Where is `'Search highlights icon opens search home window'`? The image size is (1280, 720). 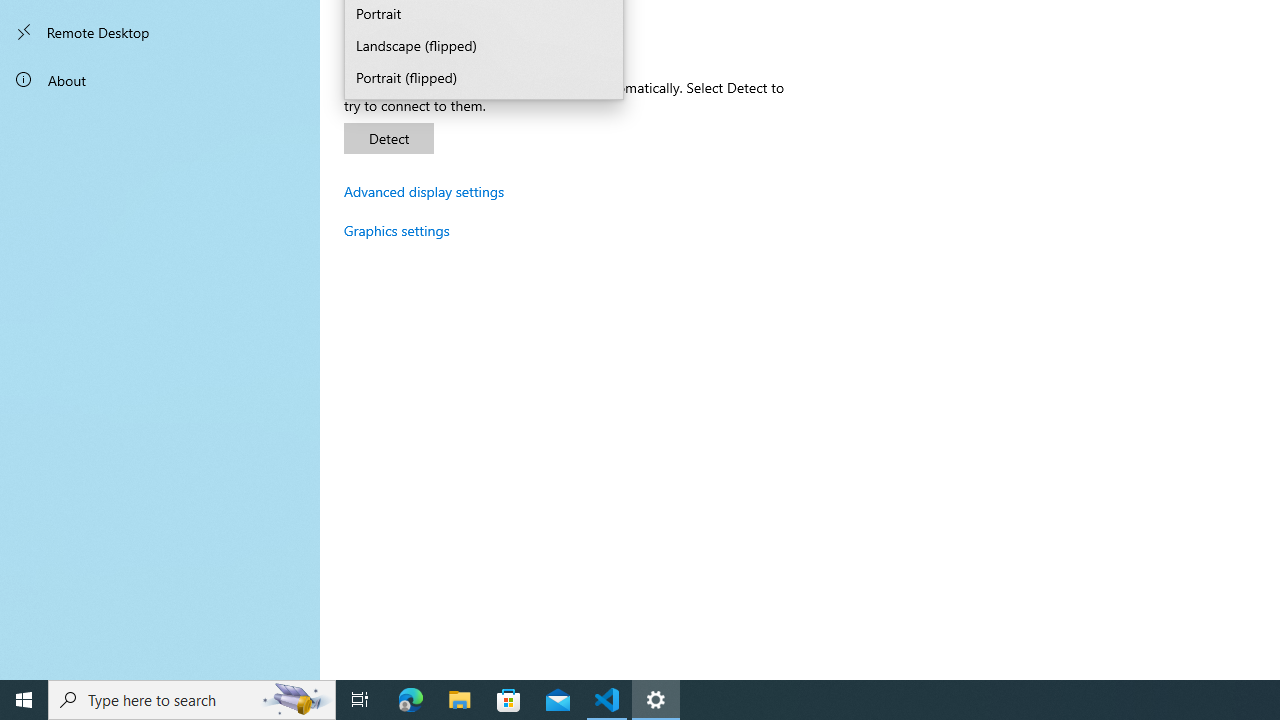
'Search highlights icon opens search home window' is located at coordinates (294, 698).